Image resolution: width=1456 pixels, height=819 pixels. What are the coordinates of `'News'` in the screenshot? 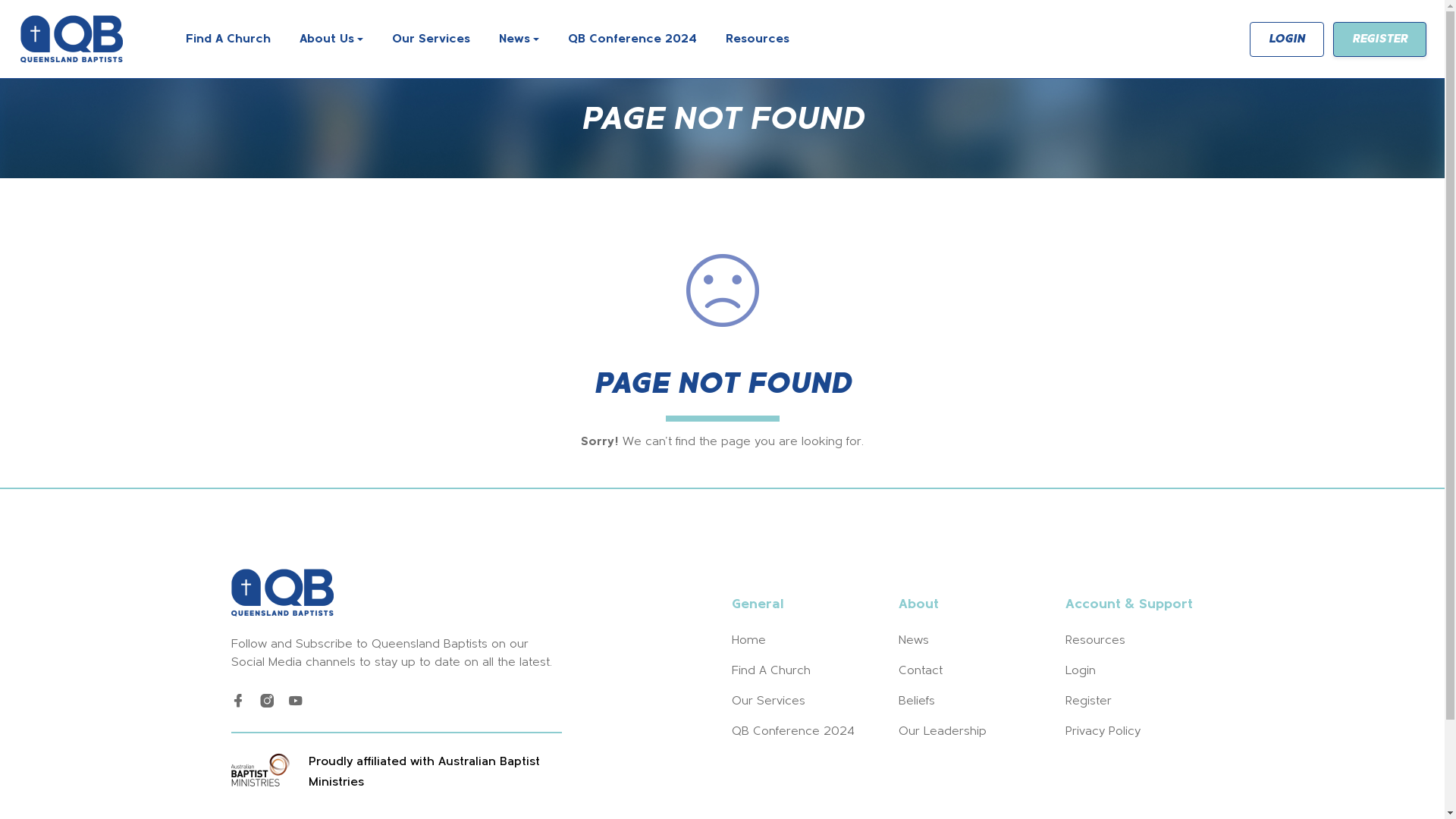 It's located at (519, 38).